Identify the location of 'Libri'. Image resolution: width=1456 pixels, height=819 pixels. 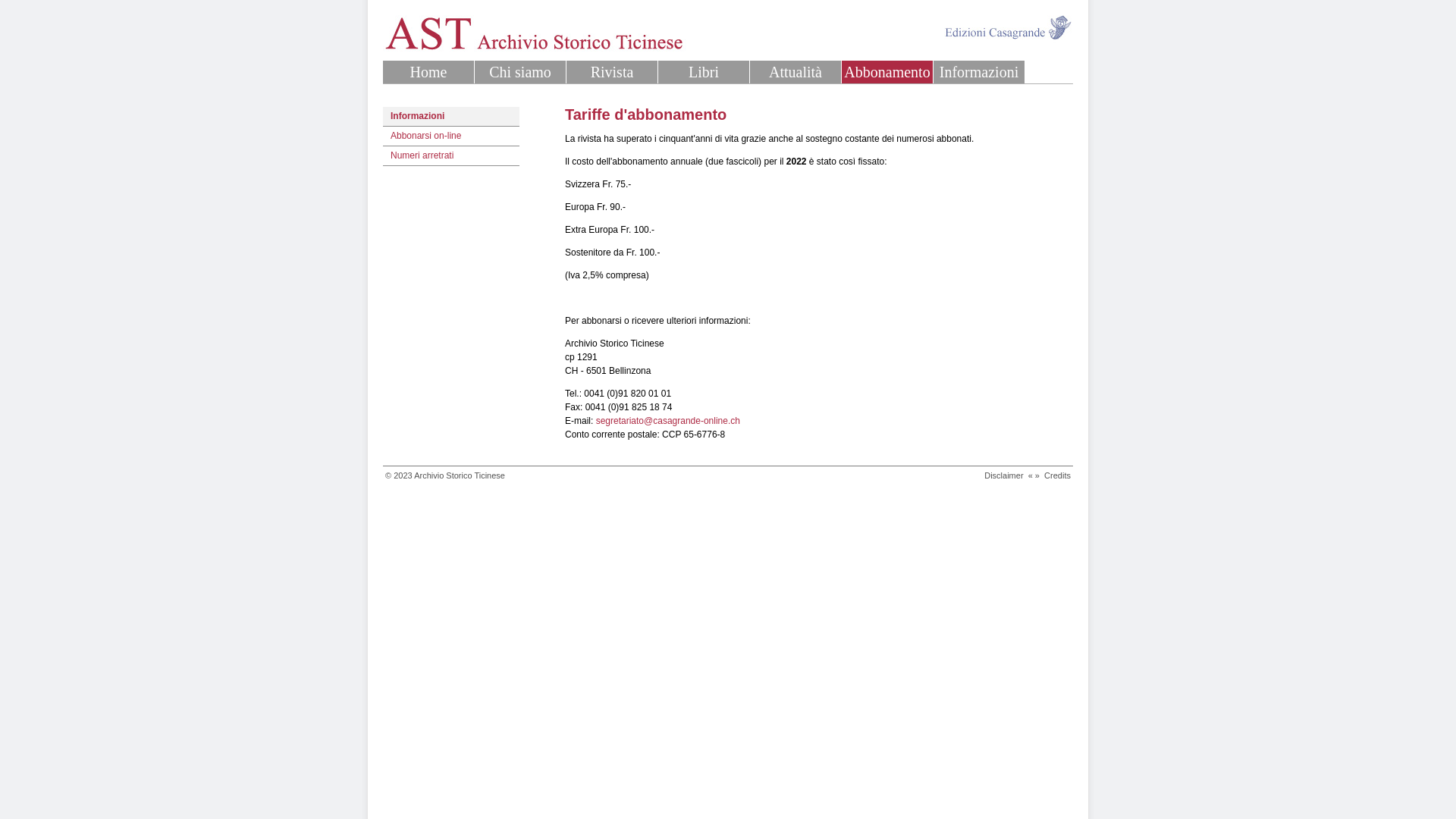
(702, 72).